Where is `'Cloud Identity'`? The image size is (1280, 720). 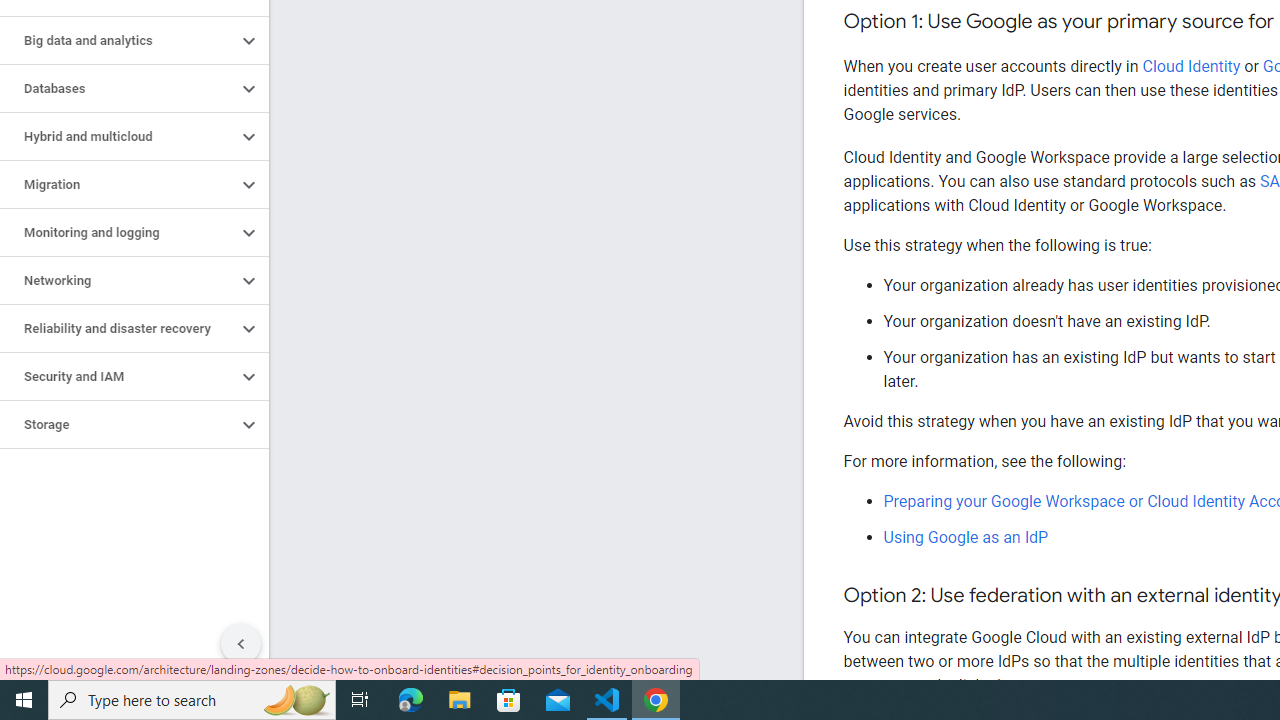 'Cloud Identity' is located at coordinates (1191, 65).